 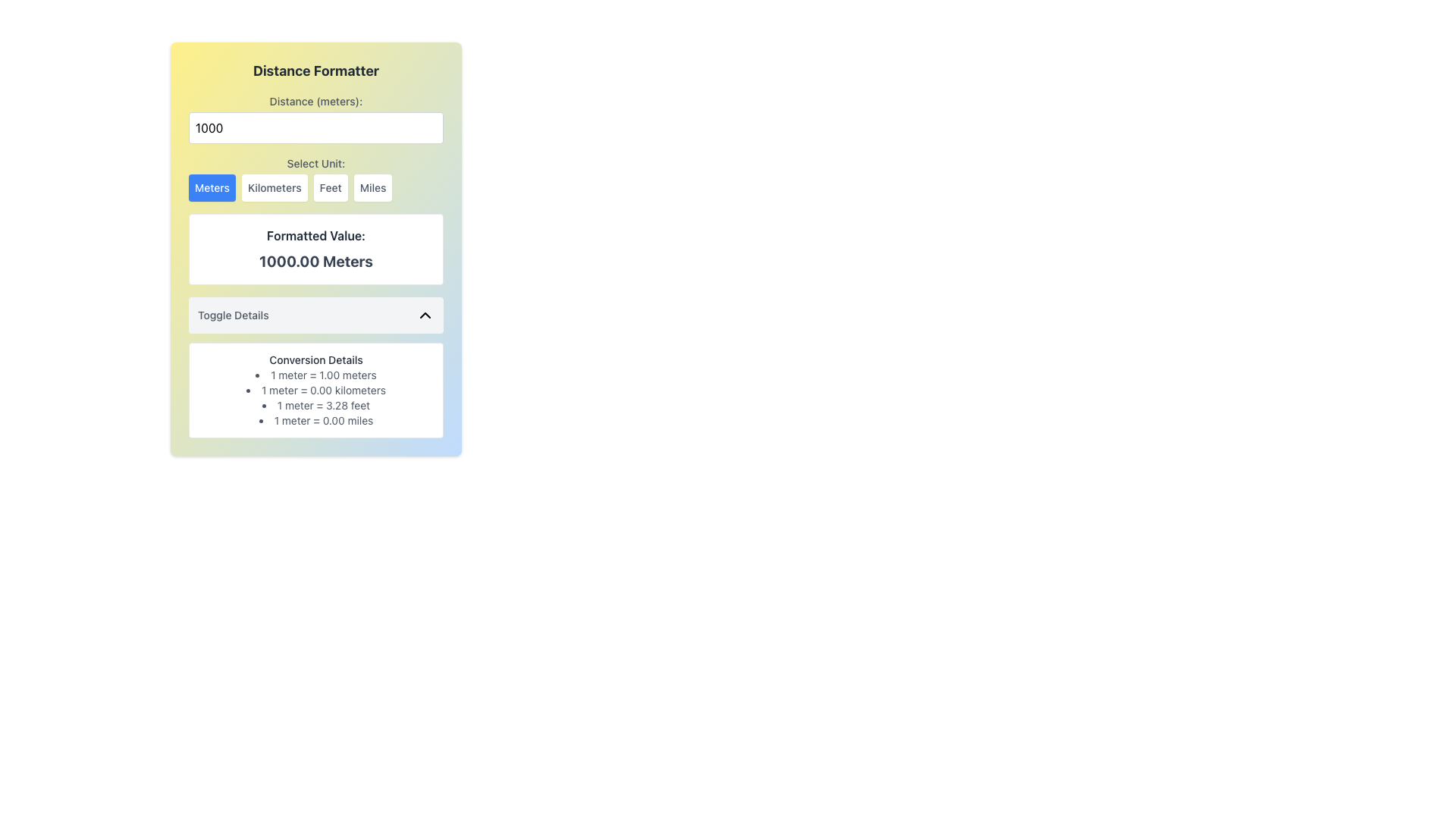 What do you see at coordinates (315, 405) in the screenshot?
I see `the text element displaying '1 meter = 3.28 feet', which is the third item in a bullet-pointed list of conversion details` at bounding box center [315, 405].